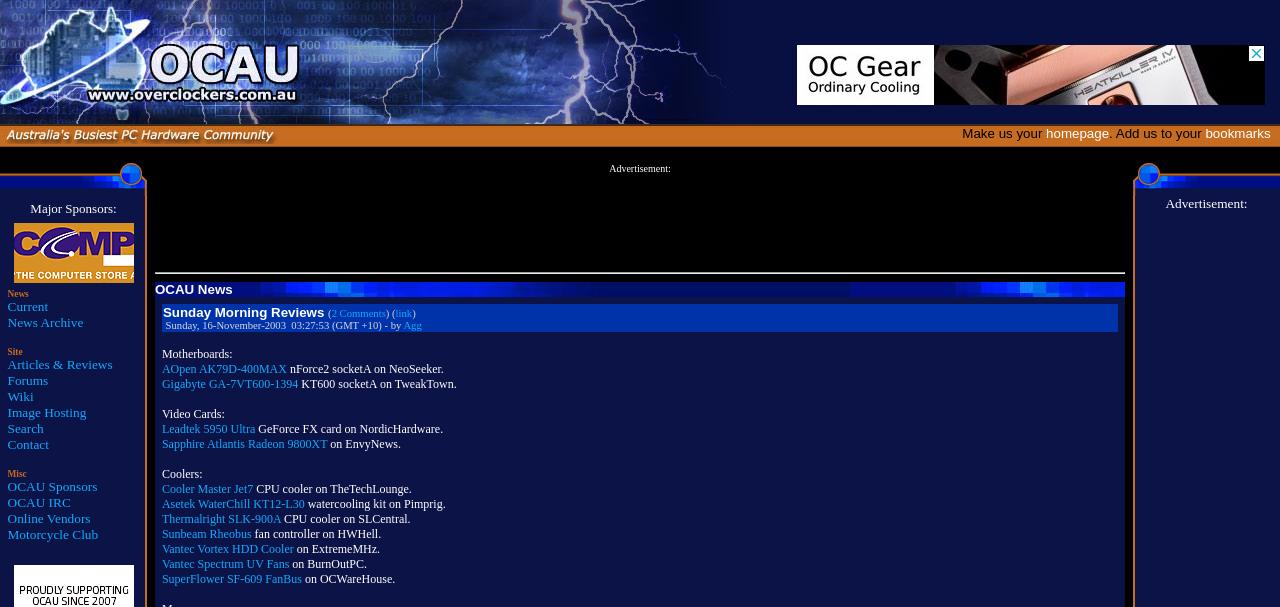 The height and width of the screenshot is (607, 1280). I want to click on 'bookmarks', so click(1240, 132).